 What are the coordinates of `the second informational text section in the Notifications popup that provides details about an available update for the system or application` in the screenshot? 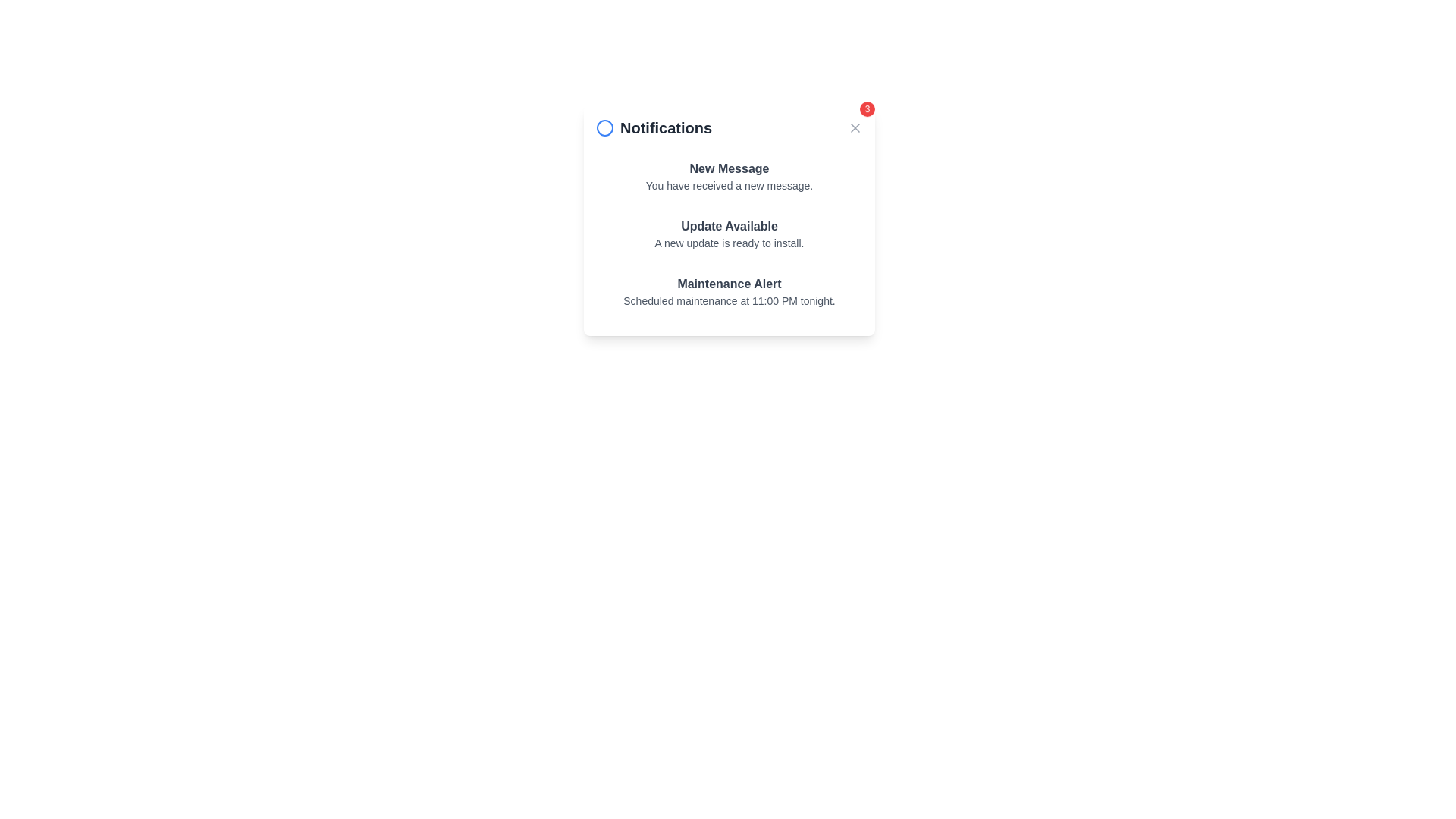 It's located at (729, 234).